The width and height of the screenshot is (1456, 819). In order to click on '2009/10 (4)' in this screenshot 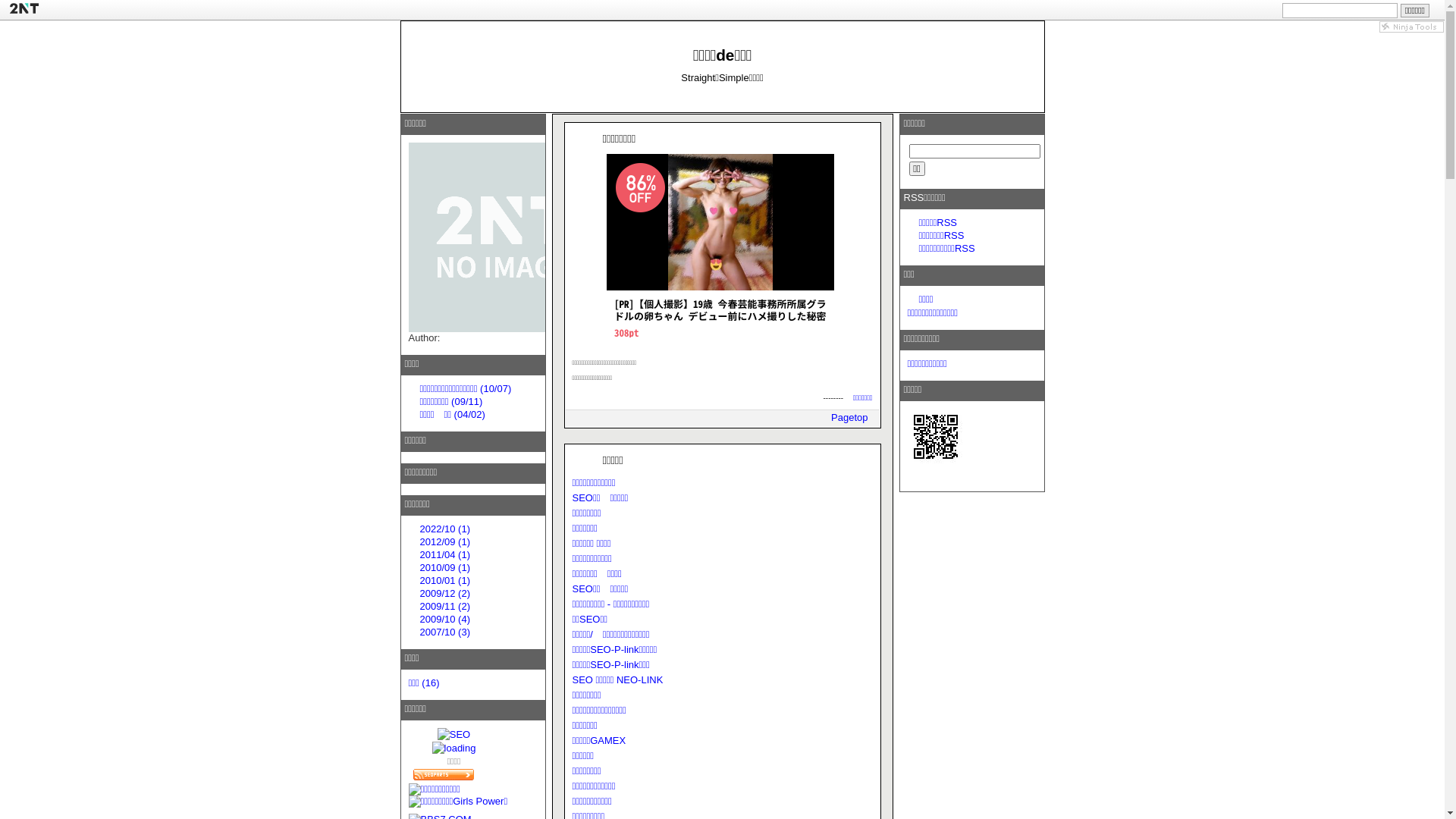, I will do `click(444, 619)`.